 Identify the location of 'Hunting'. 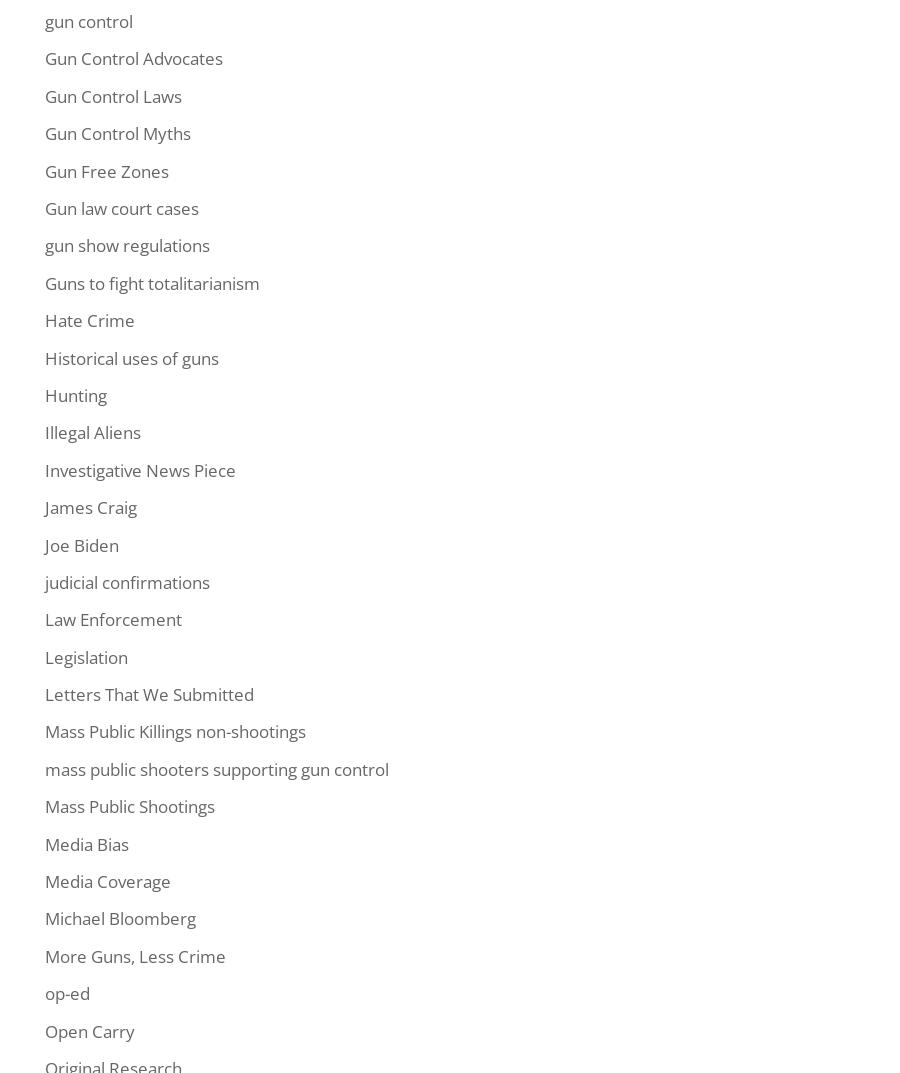
(74, 393).